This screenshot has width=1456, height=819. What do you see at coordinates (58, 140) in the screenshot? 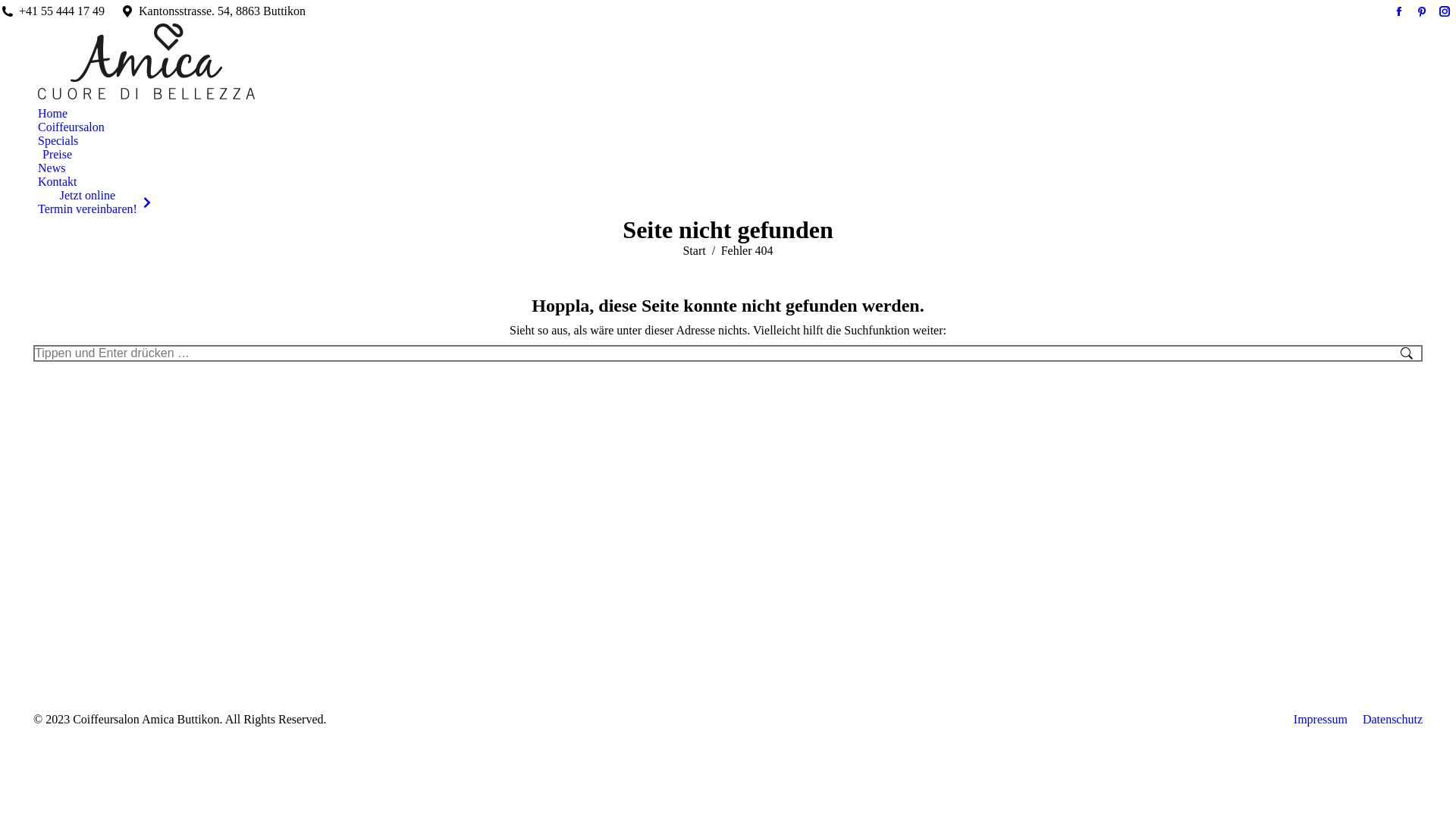
I see `'Specials'` at bounding box center [58, 140].